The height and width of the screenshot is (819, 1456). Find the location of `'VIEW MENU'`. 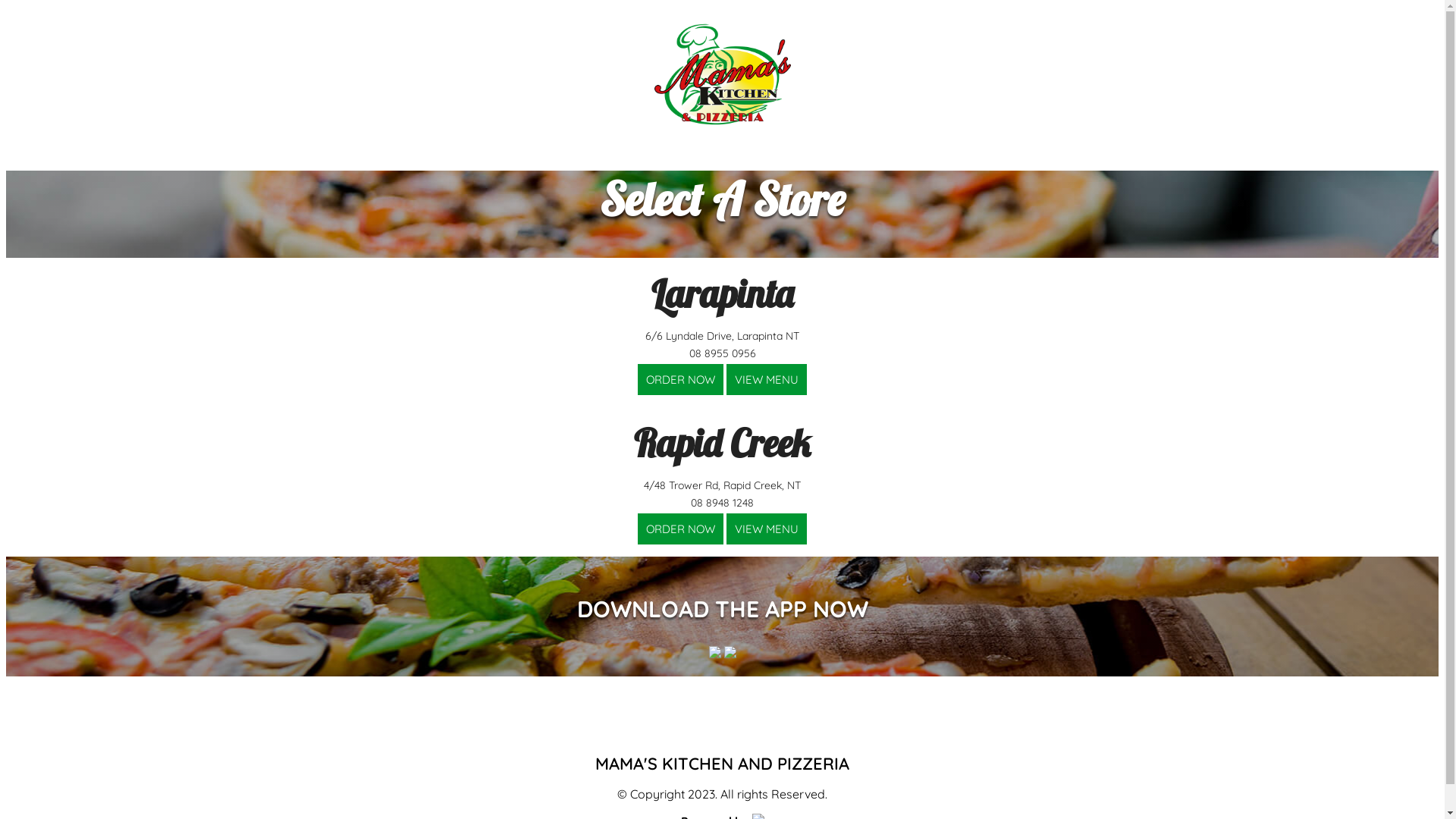

'VIEW MENU' is located at coordinates (767, 378).